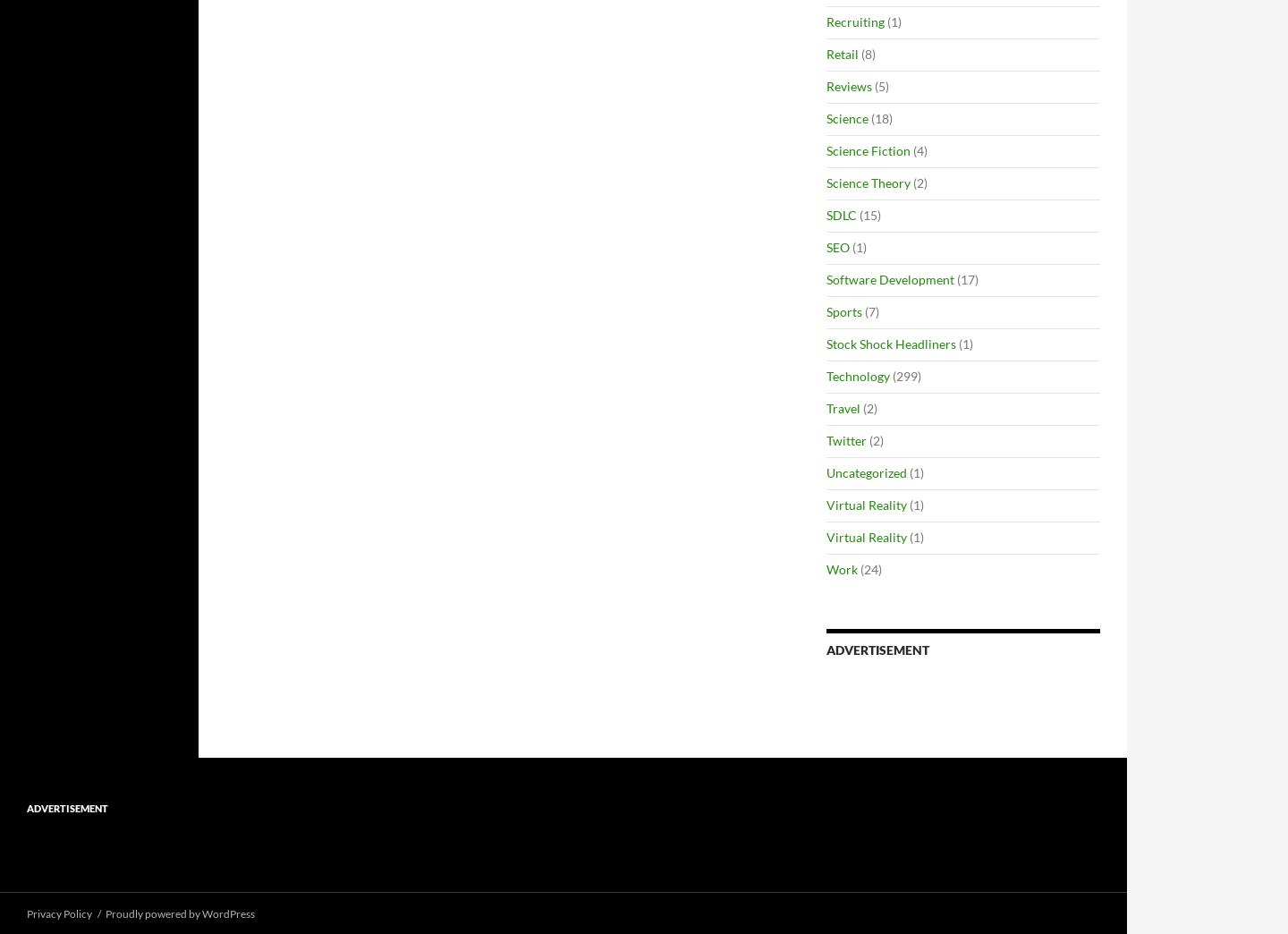  I want to click on '(15)', so click(868, 215).